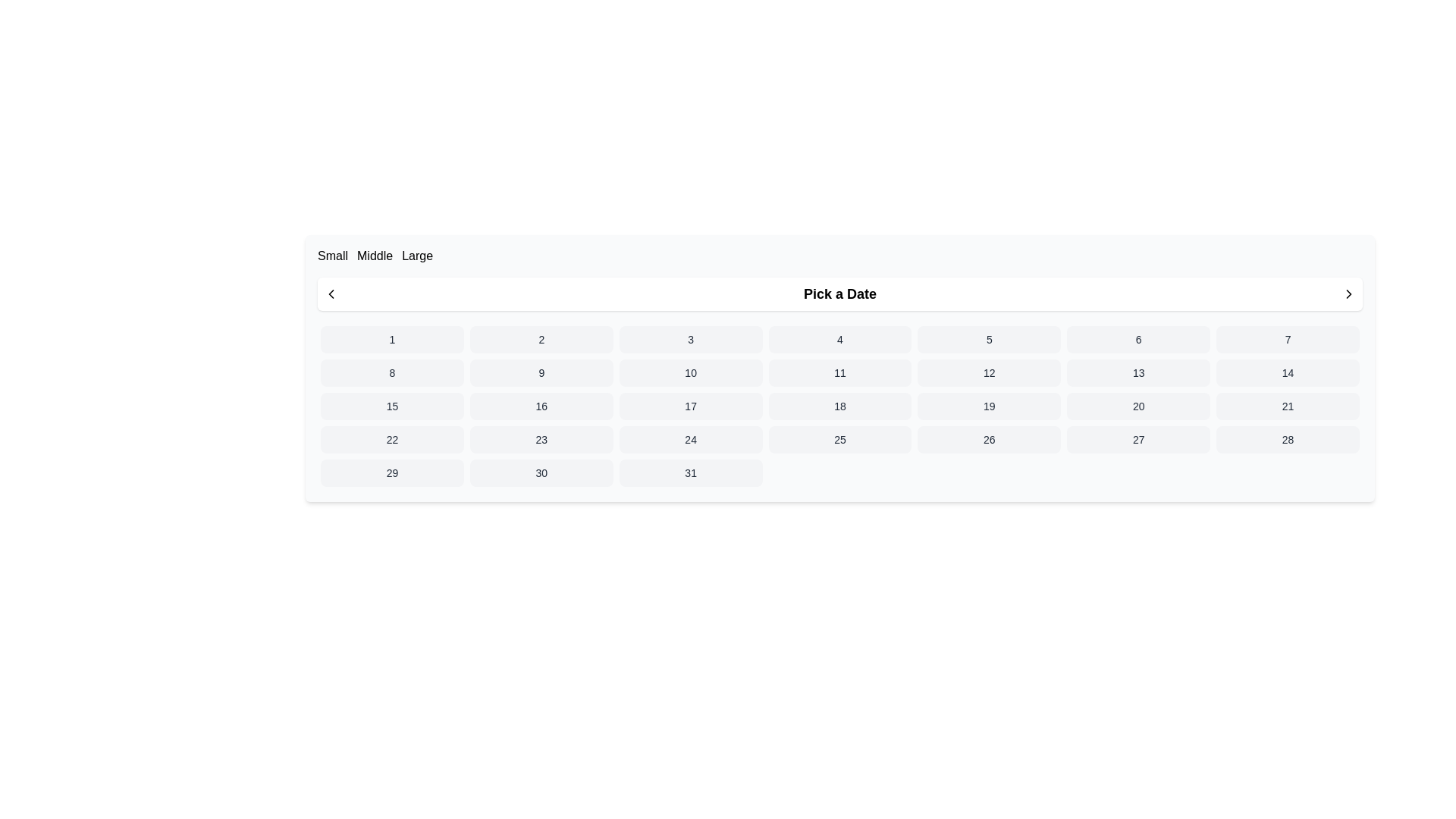 The width and height of the screenshot is (1456, 819). What do you see at coordinates (392, 373) in the screenshot?
I see `the button displaying the number '8', which is a rectangular button with rounded corners, light gray background, and dark gray text` at bounding box center [392, 373].